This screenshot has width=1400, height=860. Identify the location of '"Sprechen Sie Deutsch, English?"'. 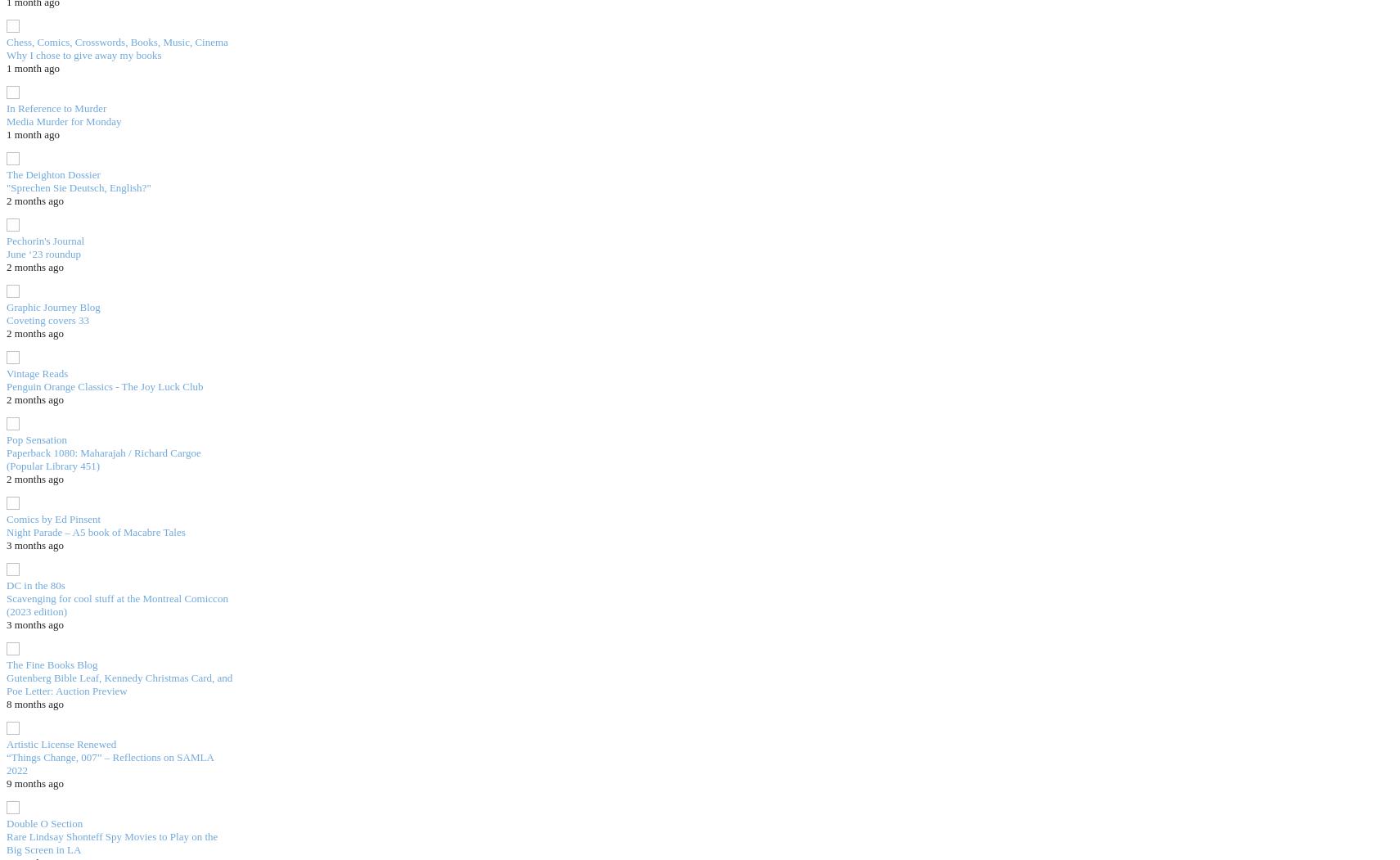
(77, 186).